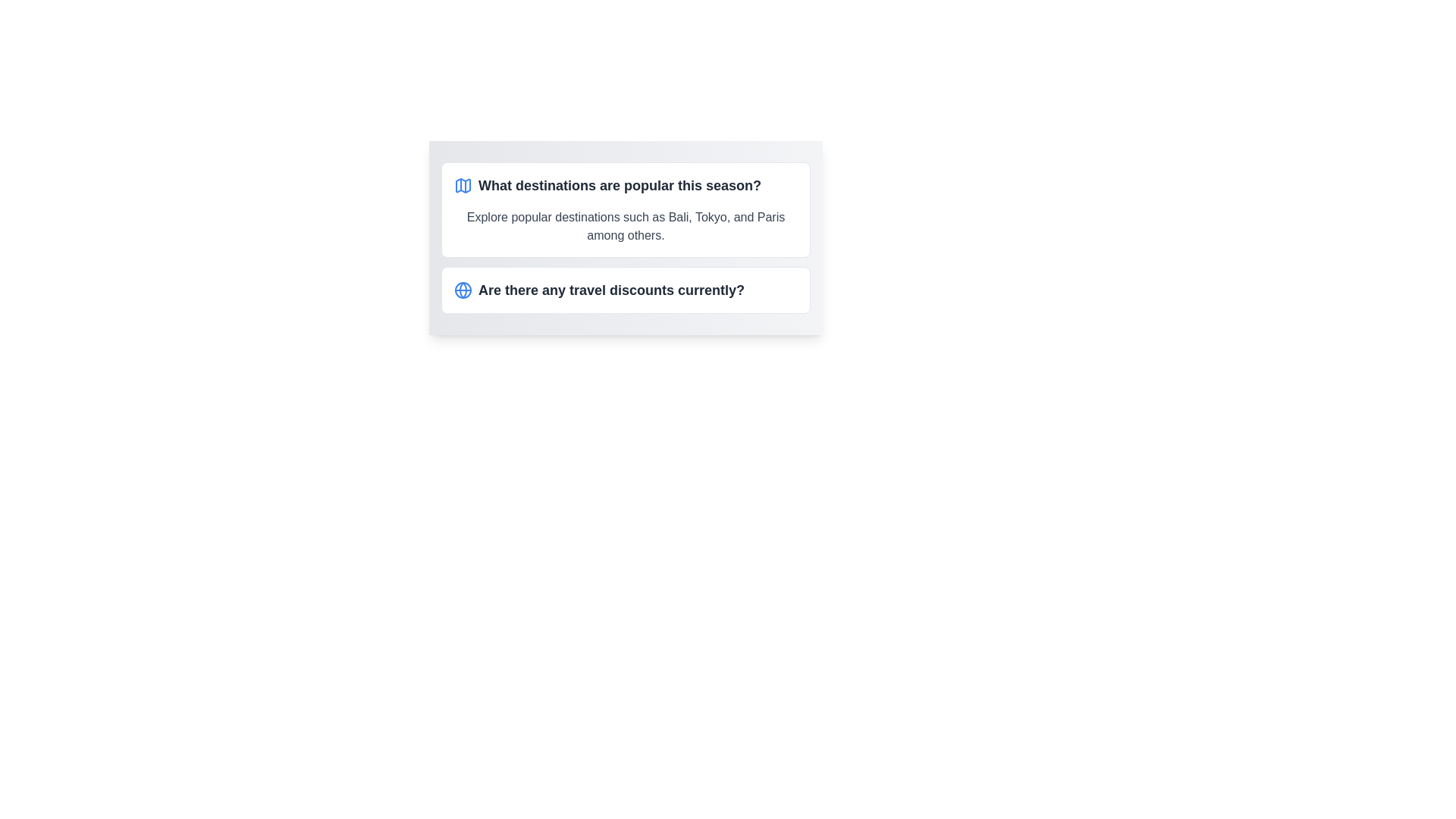 Image resolution: width=1456 pixels, height=819 pixels. What do you see at coordinates (626, 185) in the screenshot?
I see `the header with bold, large, dark gray text that reads 'What destinations are popular this season?' which is located at the top of the content section` at bounding box center [626, 185].